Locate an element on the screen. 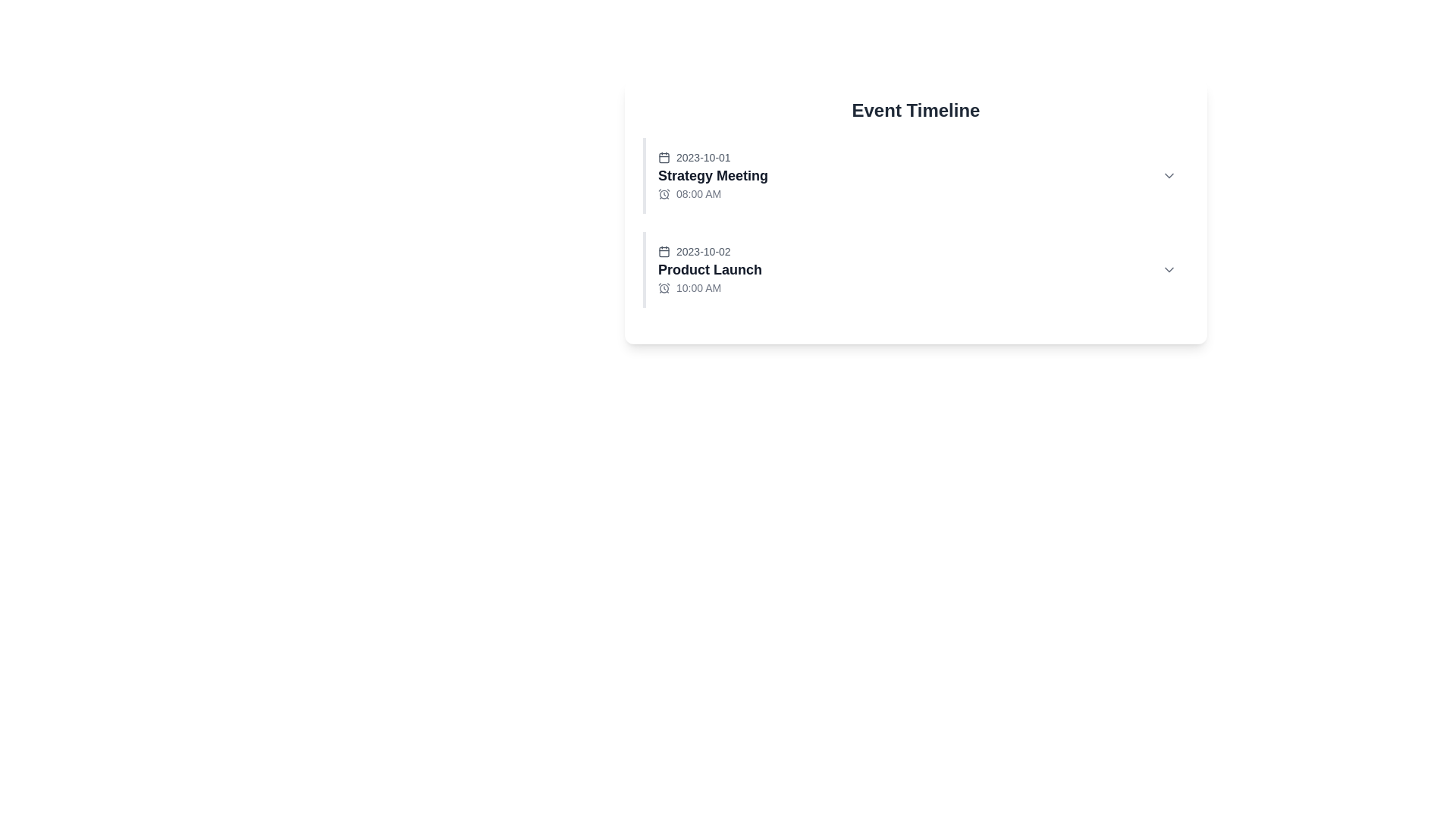 The width and height of the screenshot is (1456, 819). the date icon that marks the event date '2023-10-02' in the 'Event Timeline' section is located at coordinates (664, 250).